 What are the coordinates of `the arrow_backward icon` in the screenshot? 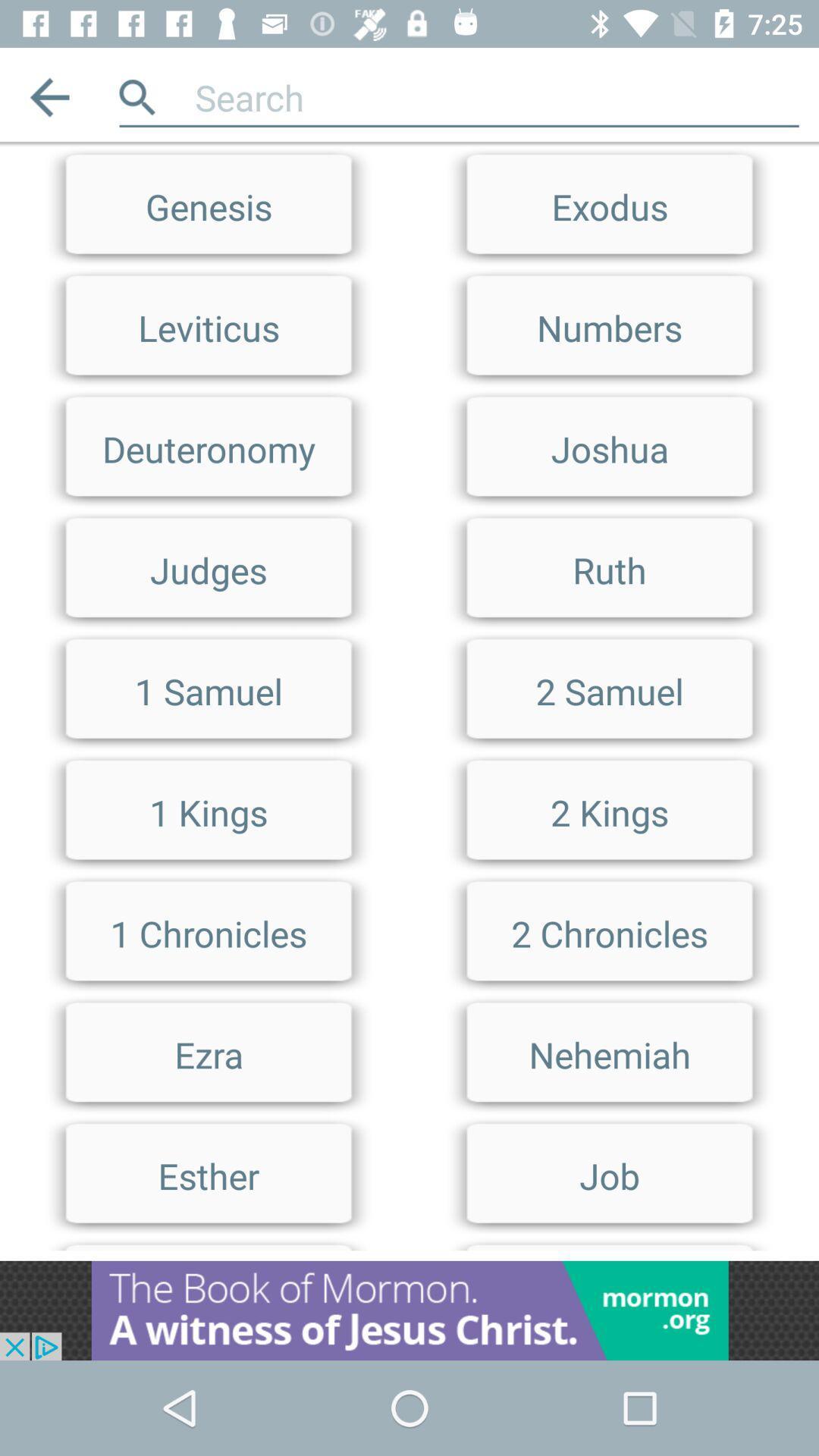 It's located at (49, 96).